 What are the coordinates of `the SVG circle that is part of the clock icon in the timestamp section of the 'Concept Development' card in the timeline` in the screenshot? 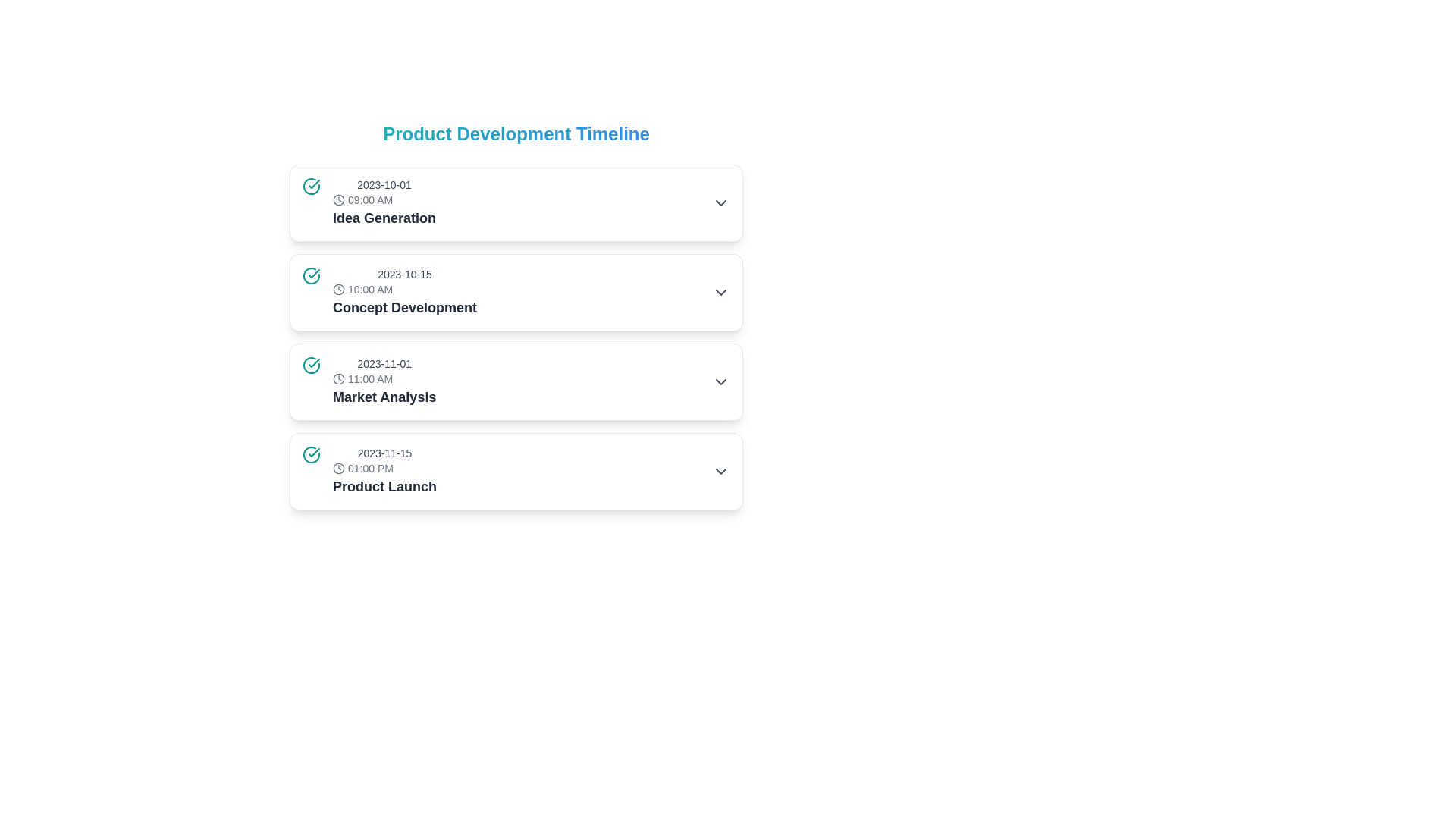 It's located at (337, 289).